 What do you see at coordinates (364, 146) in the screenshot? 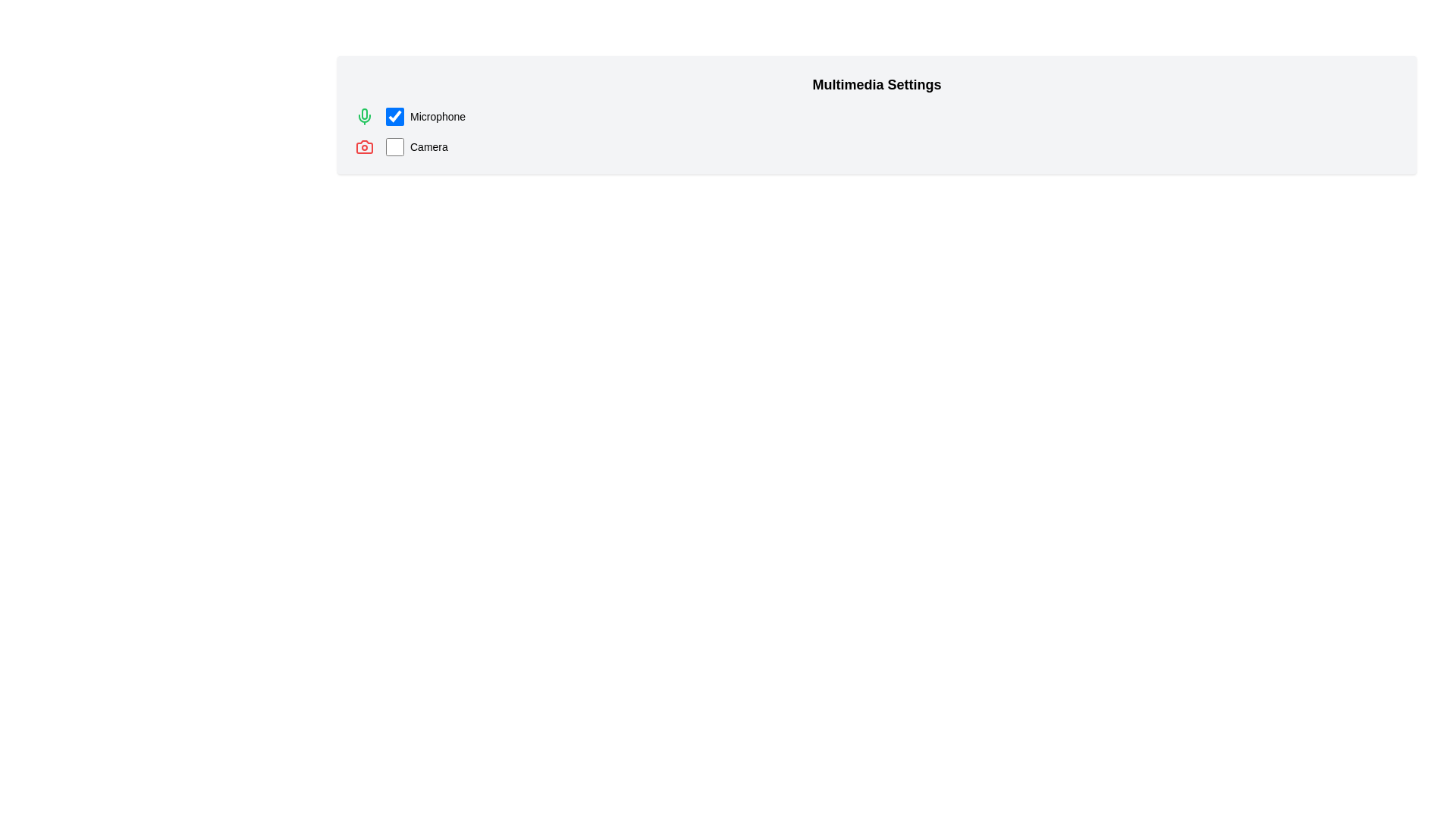
I see `the camera icon in the multimedia settings panel, located to the left of the 'Camera' checkbox and text label, to view additional options` at bounding box center [364, 146].